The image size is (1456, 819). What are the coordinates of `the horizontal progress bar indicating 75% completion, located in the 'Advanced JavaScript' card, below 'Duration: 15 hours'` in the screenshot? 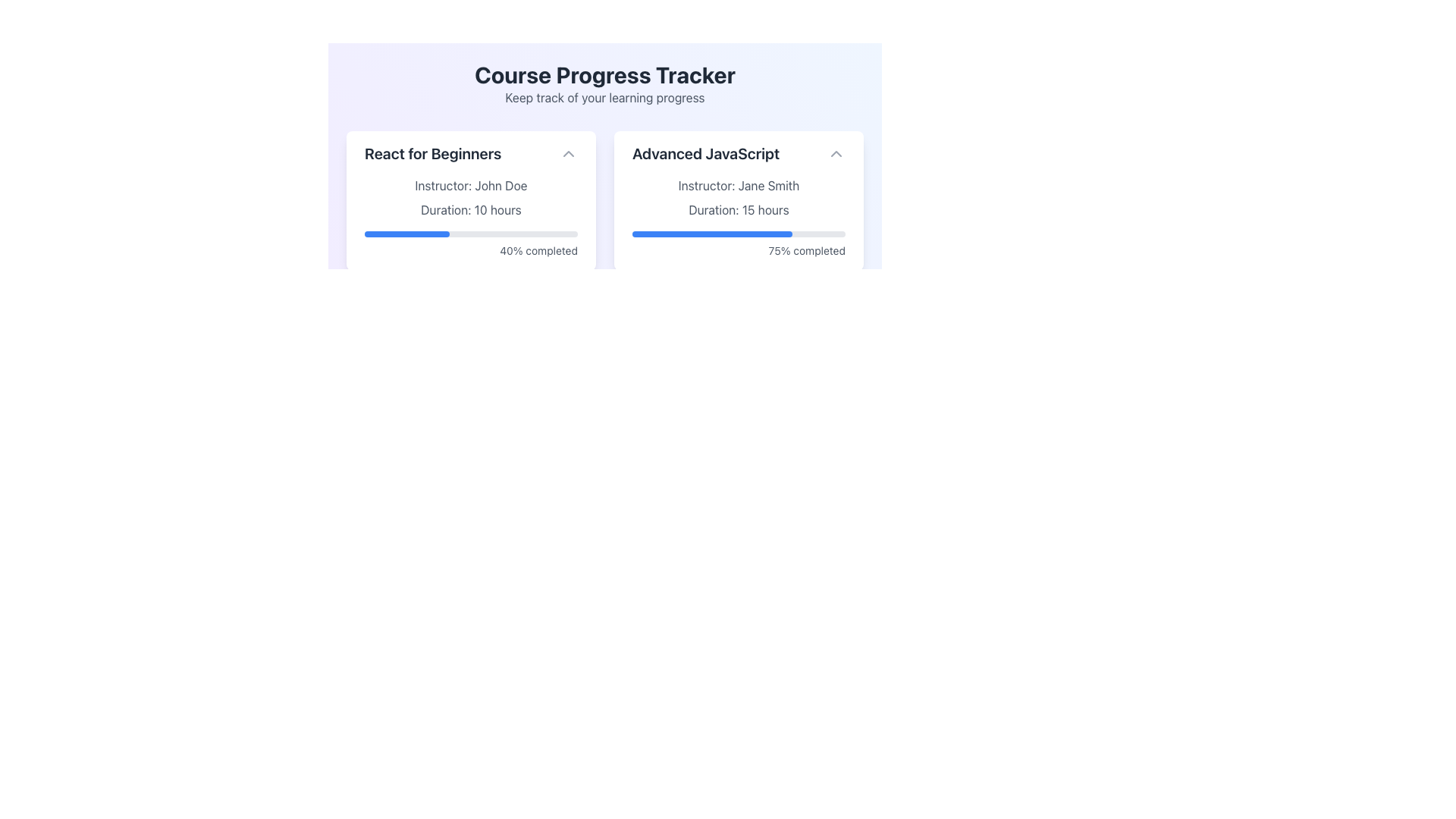 It's located at (711, 234).